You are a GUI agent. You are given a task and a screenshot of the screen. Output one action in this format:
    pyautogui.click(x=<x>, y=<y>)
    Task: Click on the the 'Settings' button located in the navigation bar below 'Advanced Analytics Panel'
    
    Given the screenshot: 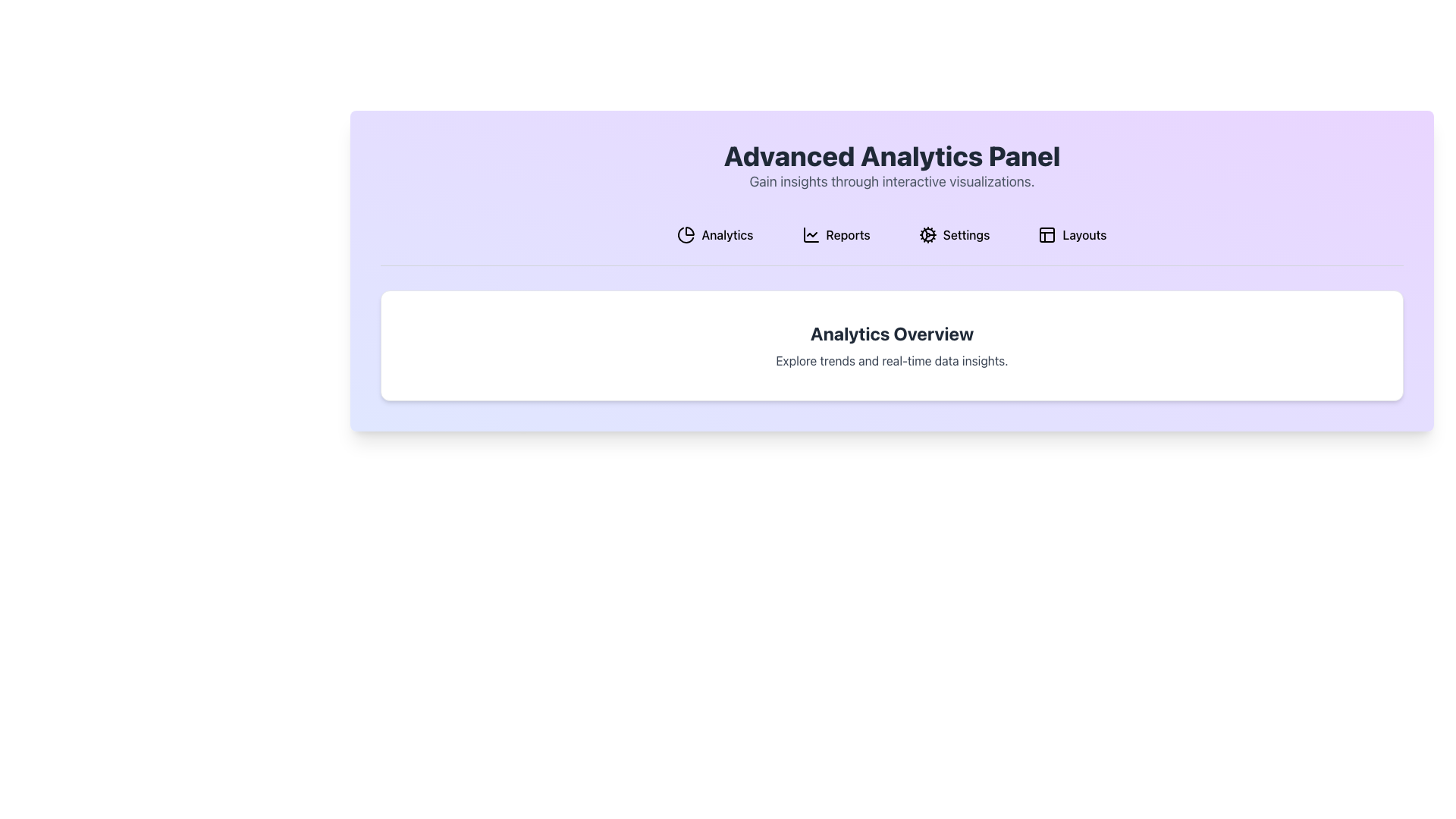 What is the action you would take?
    pyautogui.click(x=965, y=234)
    